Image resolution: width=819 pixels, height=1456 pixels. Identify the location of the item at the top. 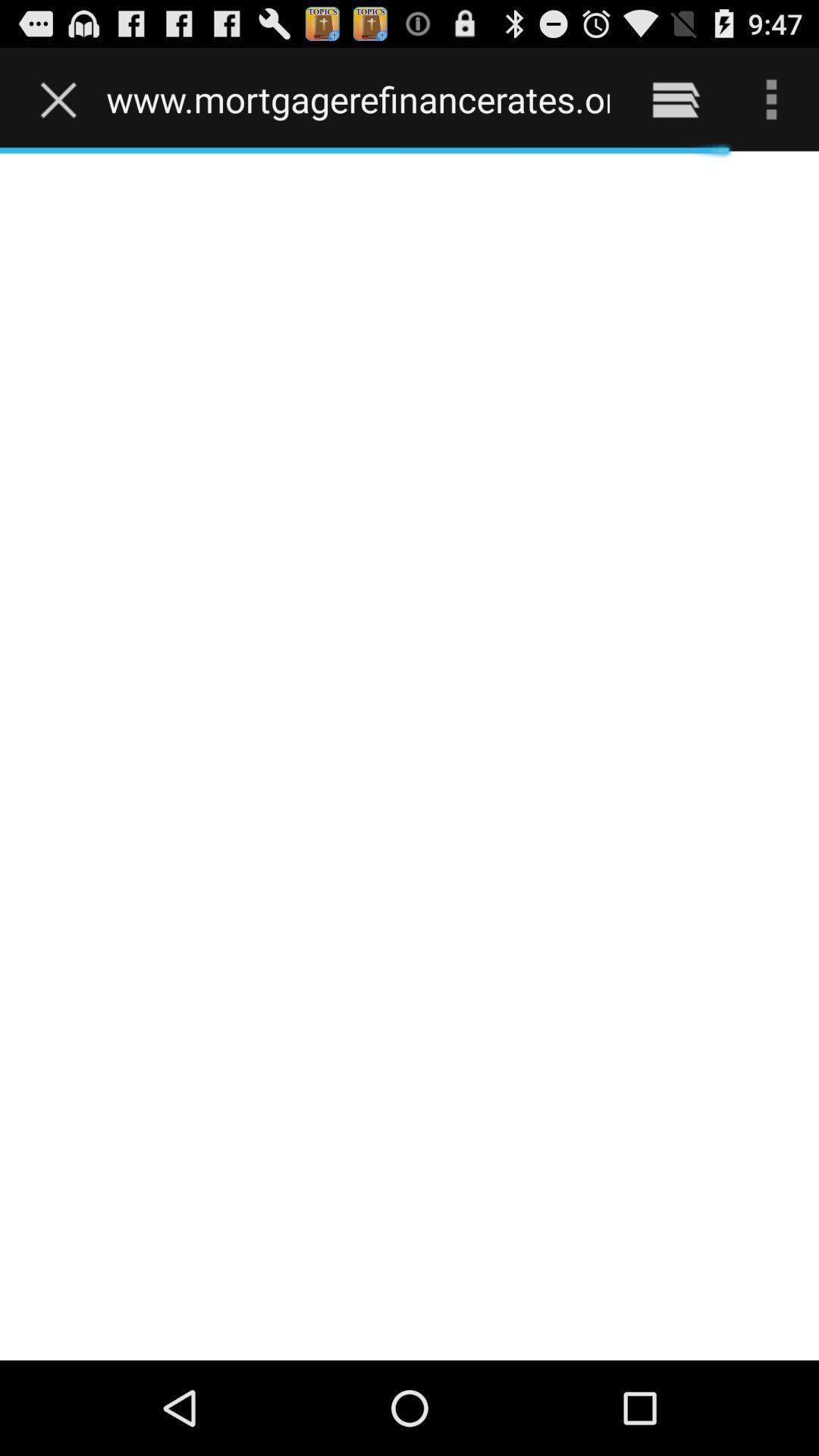
(358, 99).